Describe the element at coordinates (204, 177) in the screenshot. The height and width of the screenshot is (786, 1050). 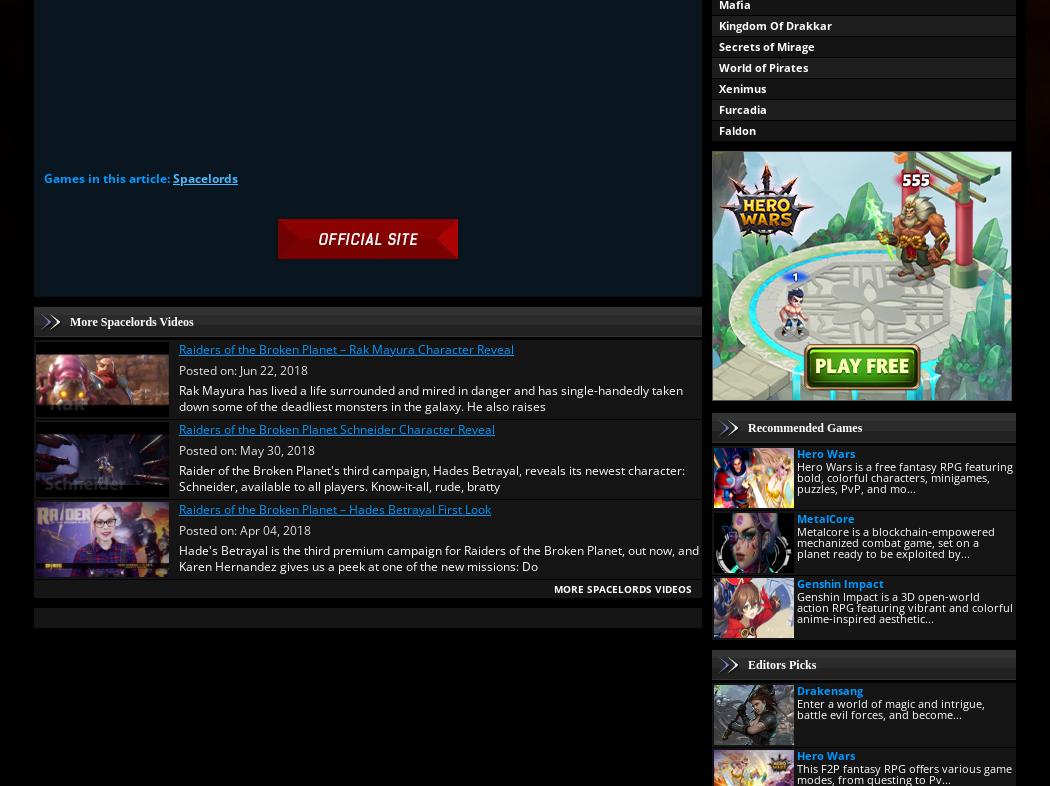
I see `'Spacelords'` at that location.